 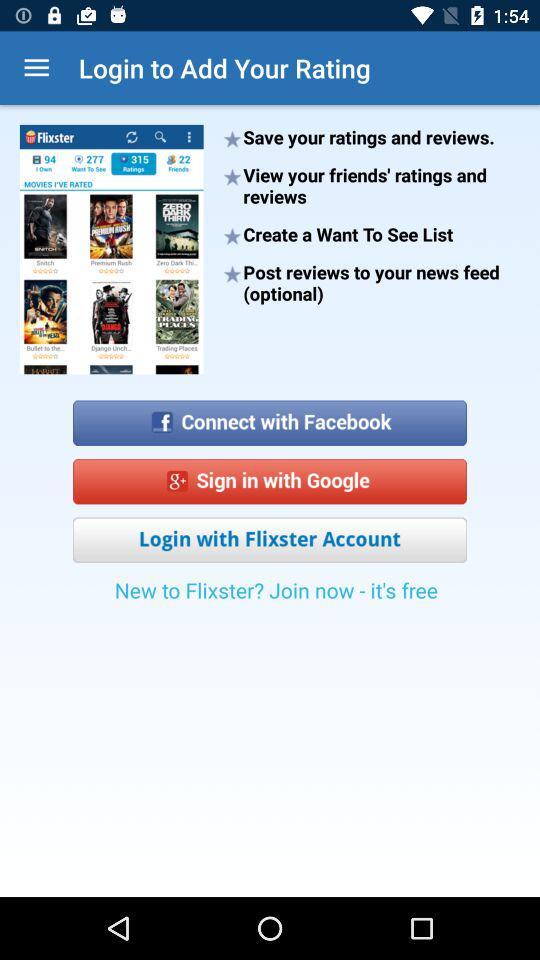 What do you see at coordinates (270, 480) in the screenshot?
I see `sign in` at bounding box center [270, 480].